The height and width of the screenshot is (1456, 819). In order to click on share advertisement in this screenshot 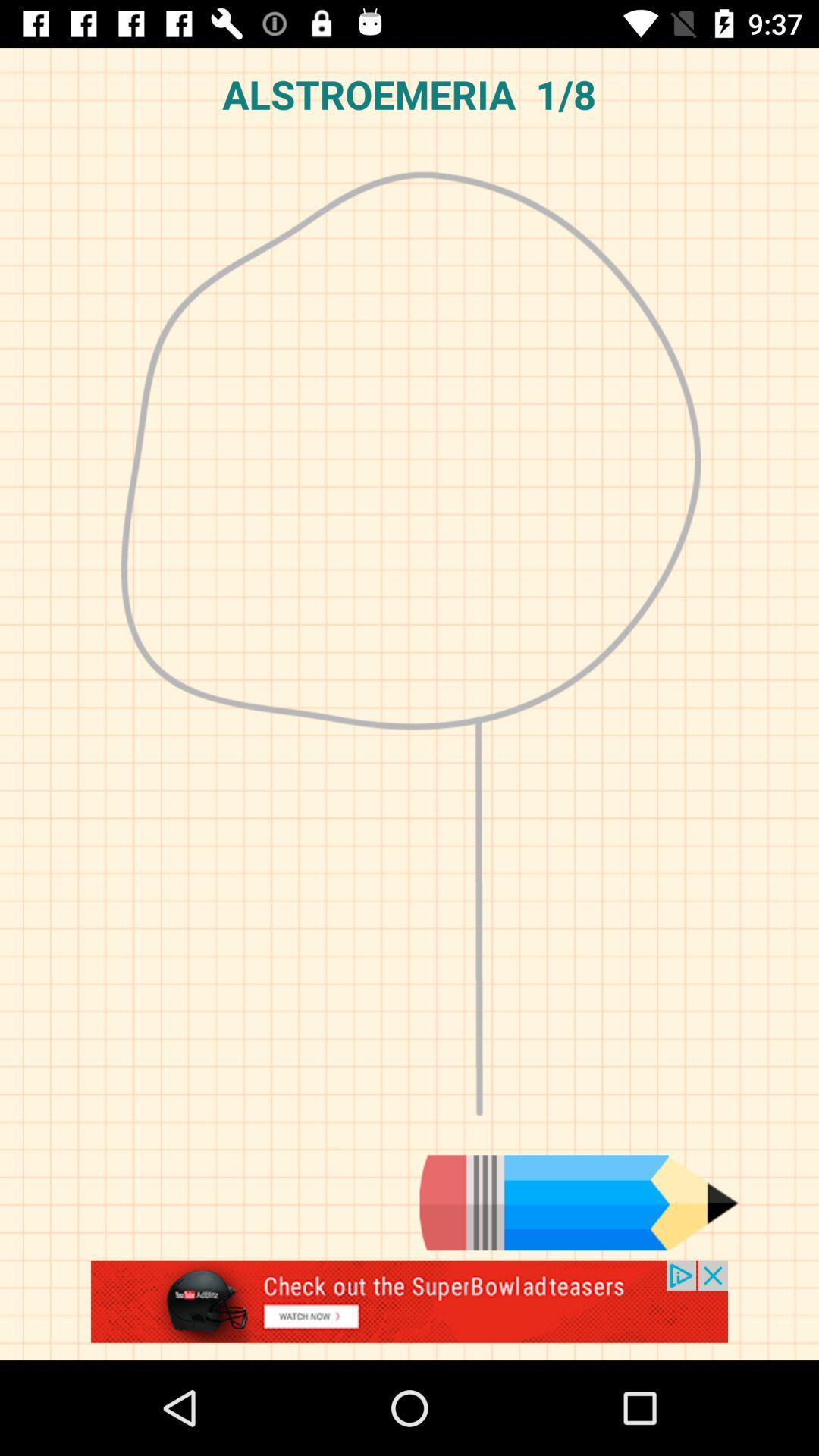, I will do `click(409, 1310)`.